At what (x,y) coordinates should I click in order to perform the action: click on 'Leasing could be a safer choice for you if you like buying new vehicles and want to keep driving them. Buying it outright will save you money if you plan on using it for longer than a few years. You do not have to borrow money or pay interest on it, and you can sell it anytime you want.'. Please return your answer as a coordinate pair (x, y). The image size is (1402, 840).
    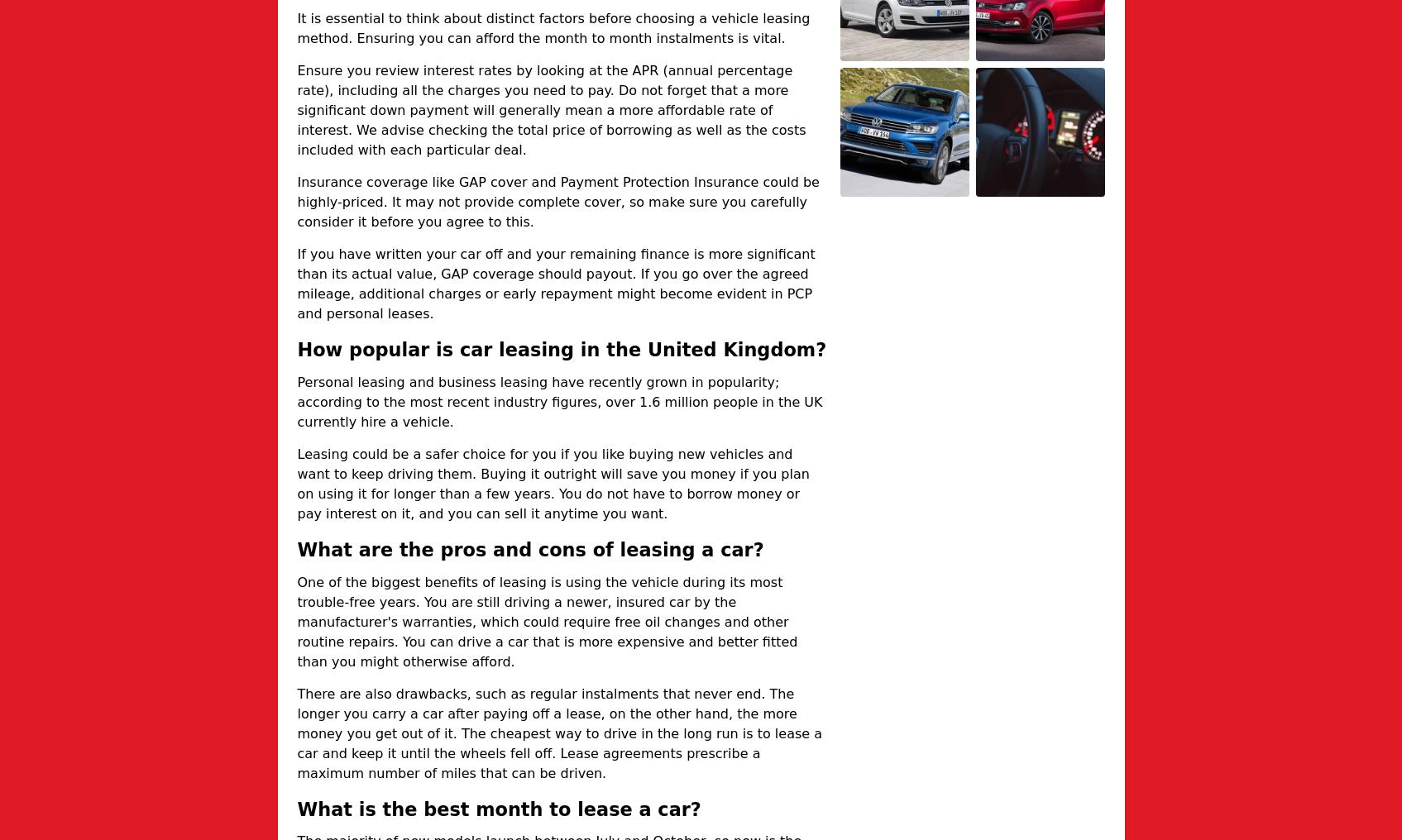
    Looking at the image, I should click on (553, 484).